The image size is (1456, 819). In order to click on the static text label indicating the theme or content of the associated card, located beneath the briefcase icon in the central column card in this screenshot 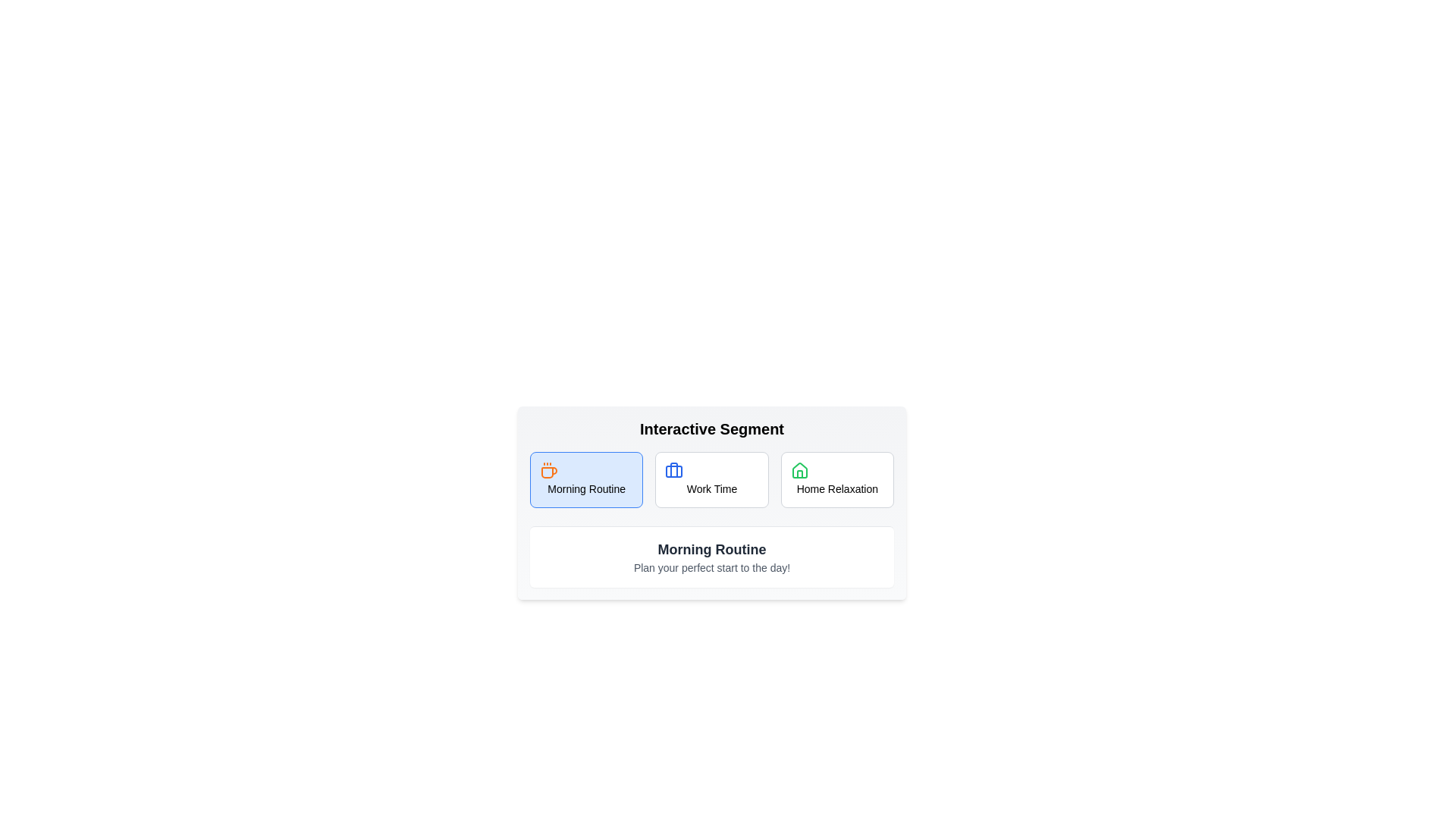, I will do `click(711, 488)`.